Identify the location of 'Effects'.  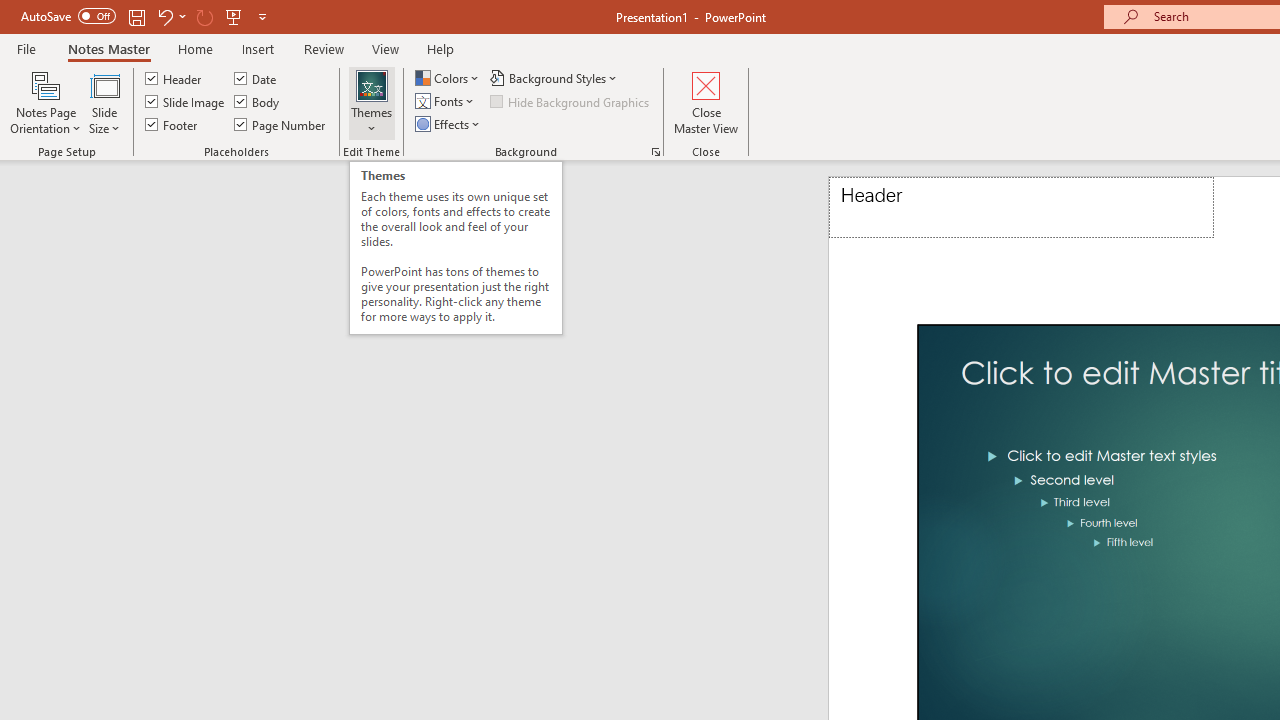
(448, 124).